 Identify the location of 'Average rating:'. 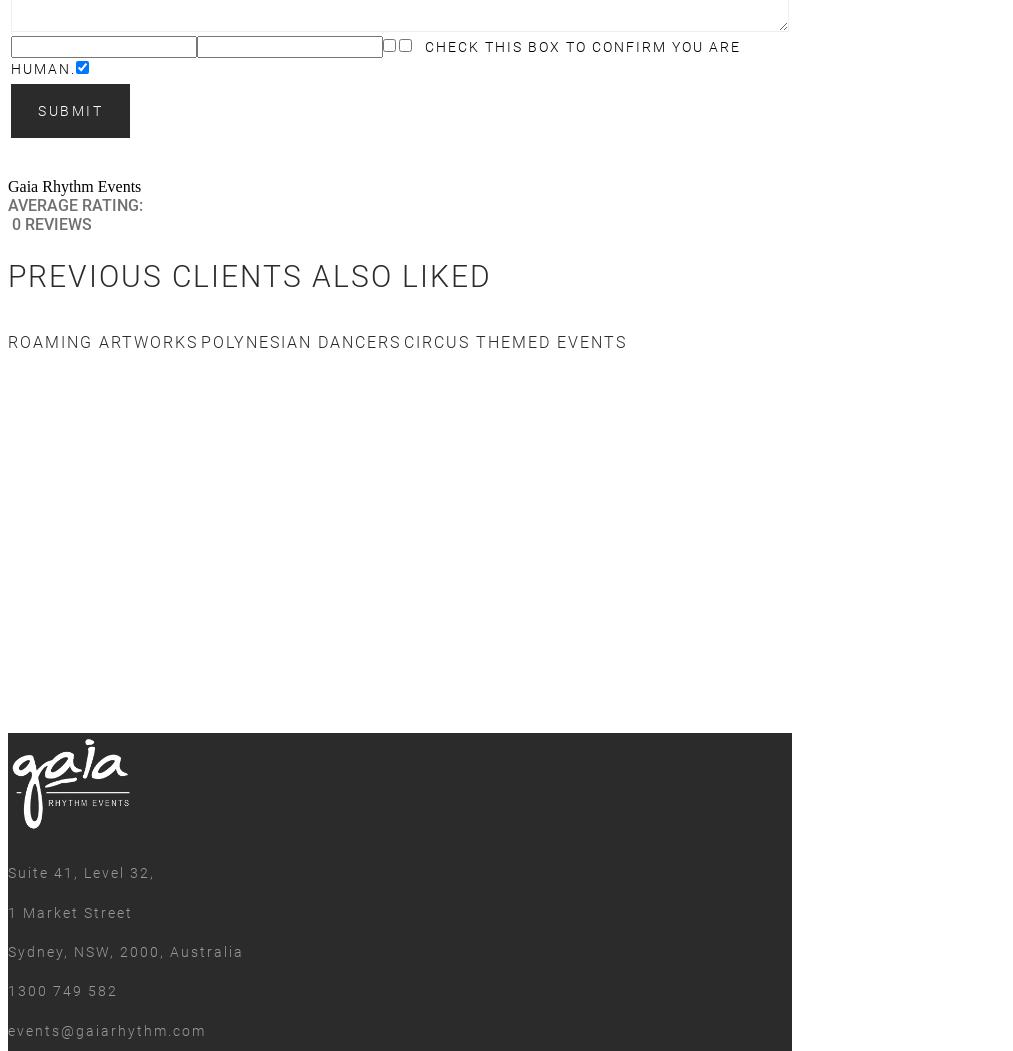
(76, 203).